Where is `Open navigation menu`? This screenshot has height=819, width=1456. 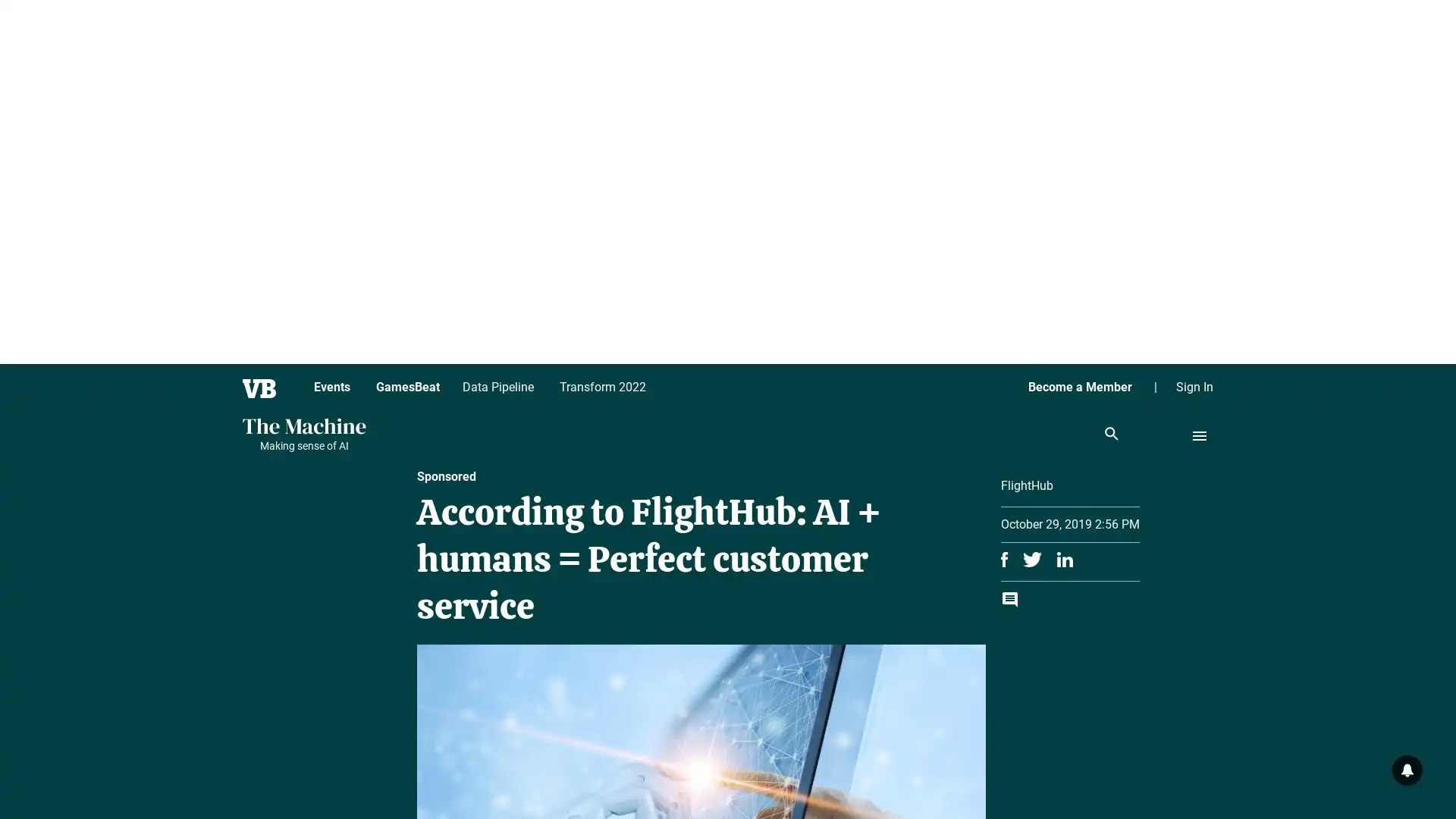
Open navigation menu is located at coordinates (1199, 435).